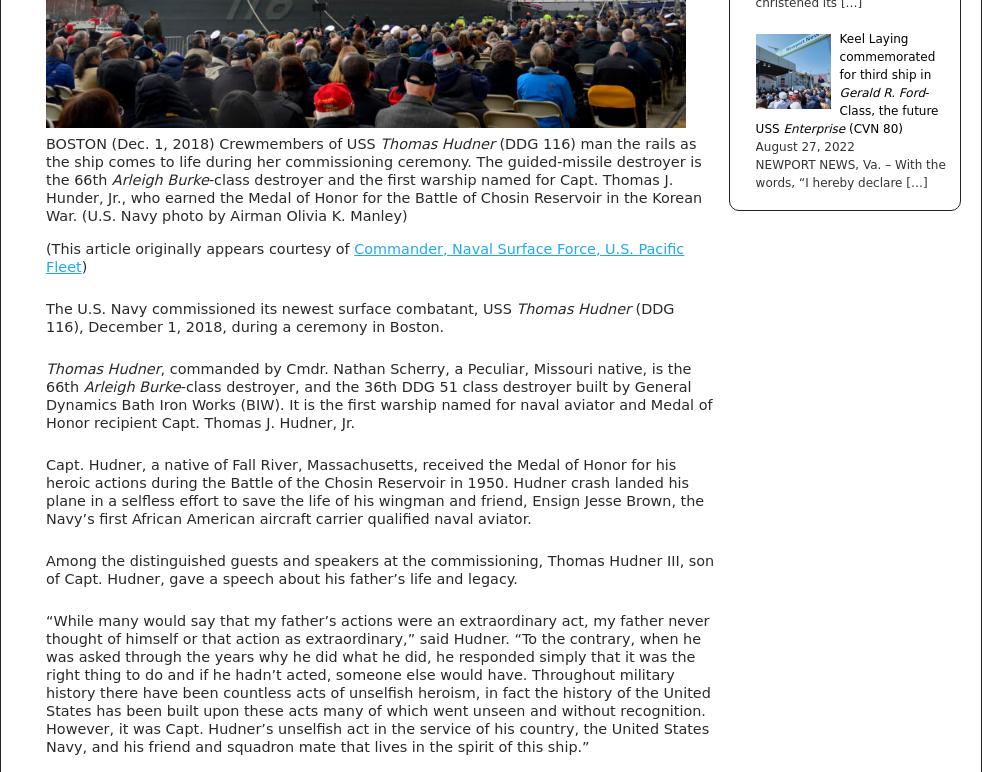  I want to click on ', commanded by Cmdr. Nathan Scherry, a Peculiar, Missouri native, is the 66th', so click(44, 375).